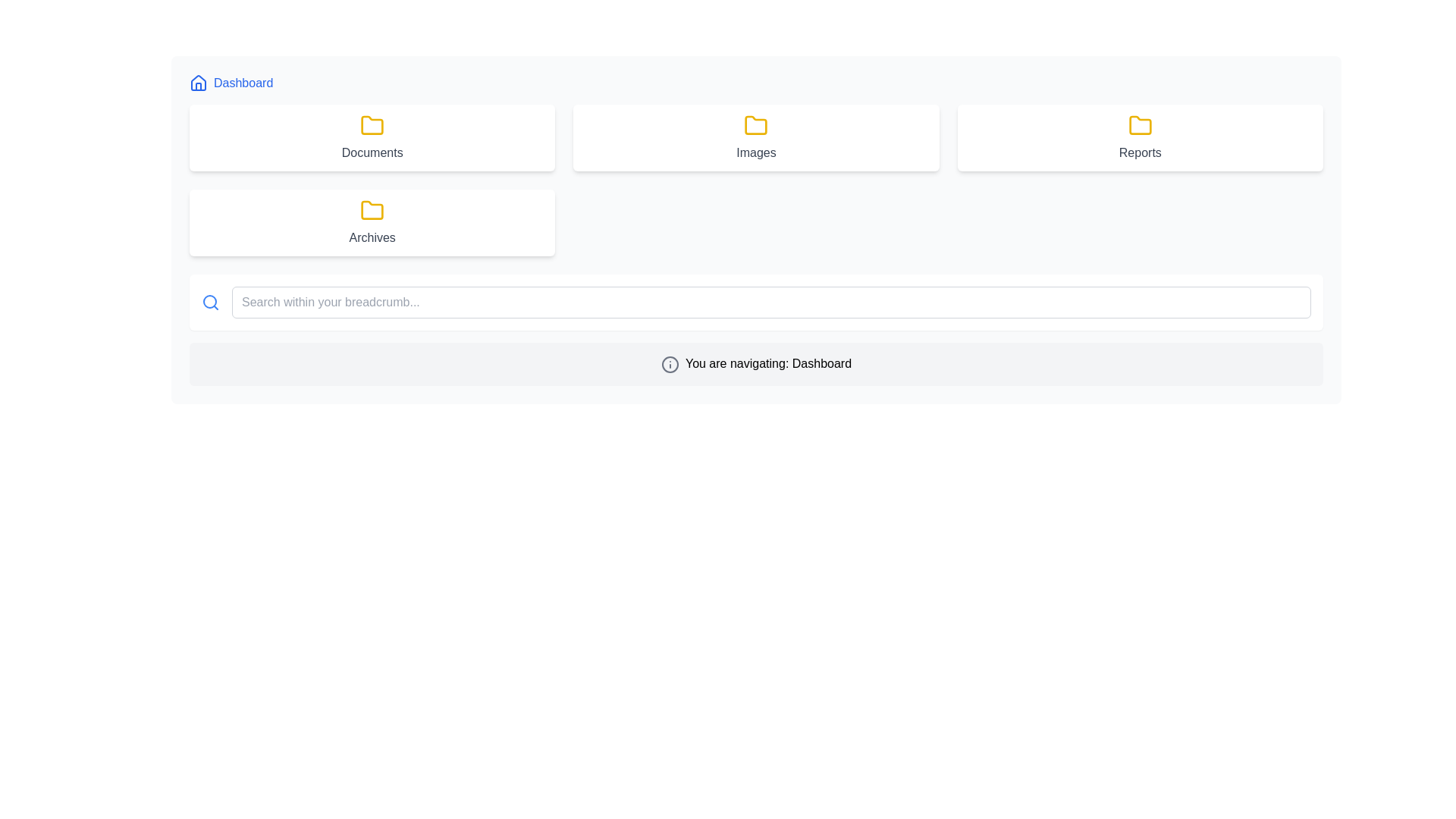 This screenshot has width=1456, height=819. I want to click on the 'Reports' clickable card, which is a rectangular box with a white background, rounded corners, a yellow folder icon at the top center, and the word 'Reports' in gray font, so click(1140, 137).